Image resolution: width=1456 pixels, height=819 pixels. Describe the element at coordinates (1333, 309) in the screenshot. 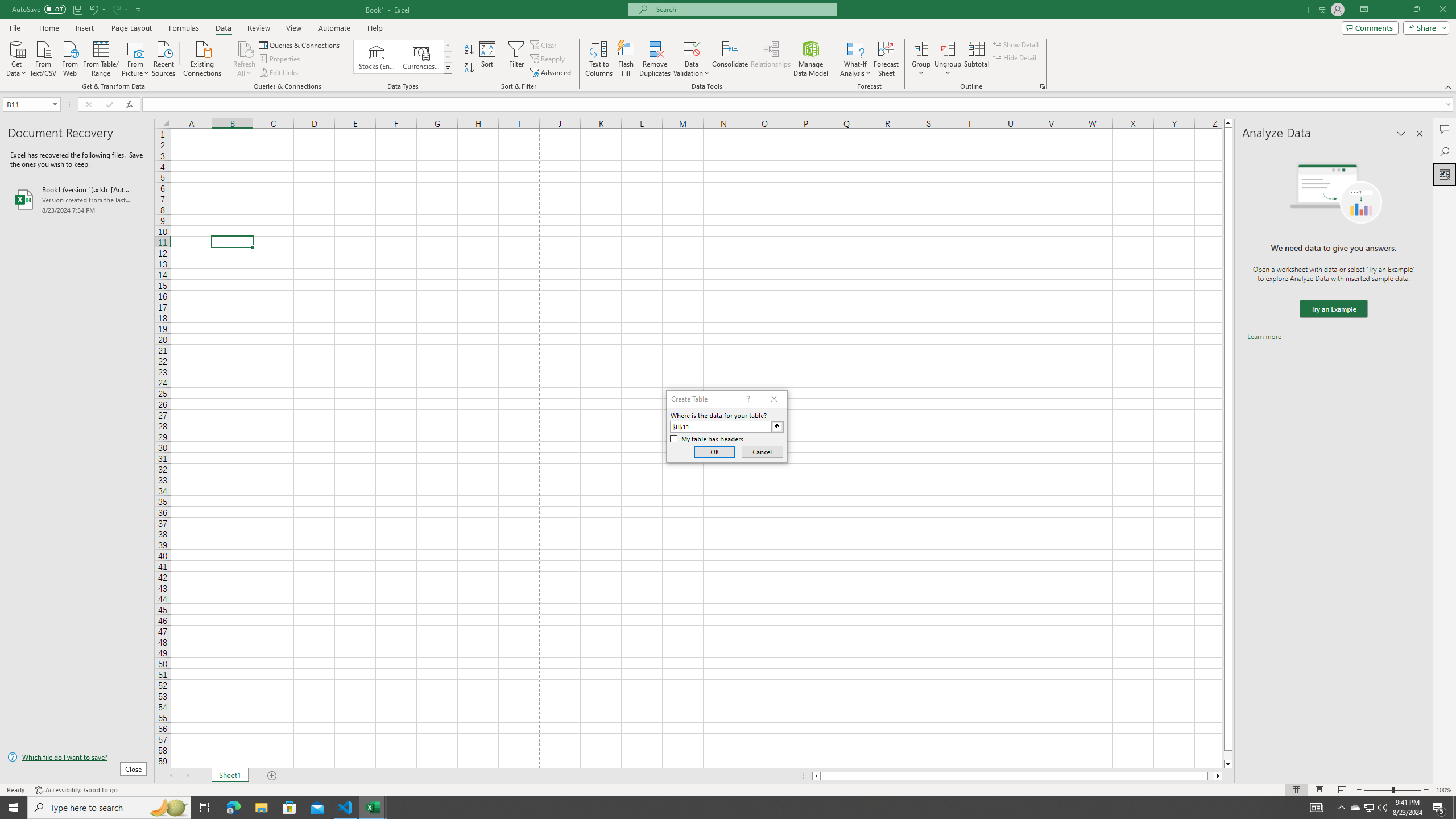

I see `'We need data to give you answers. Try an Example'` at that location.